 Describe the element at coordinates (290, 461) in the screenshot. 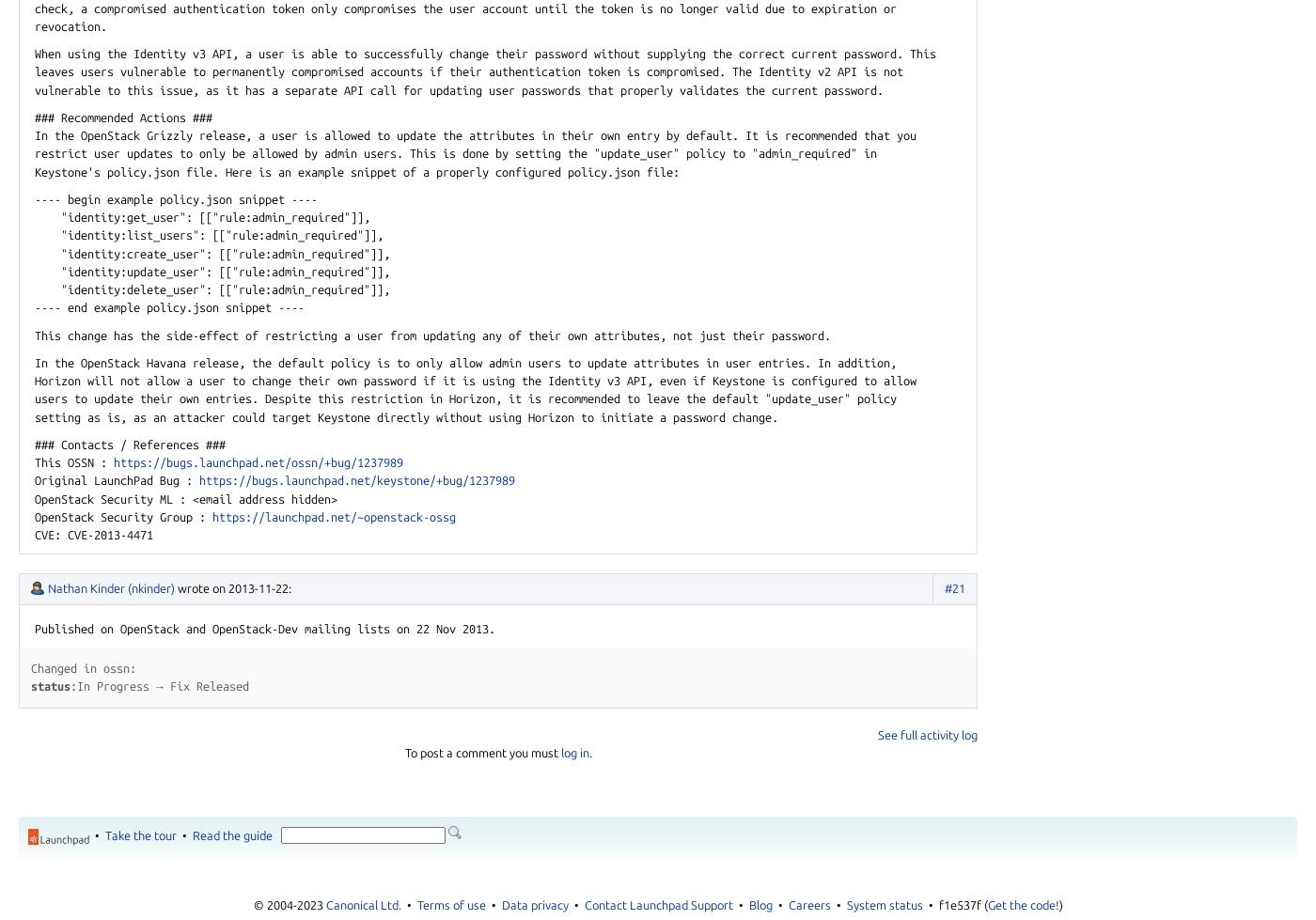

I see `'.net/ossn/'` at that location.